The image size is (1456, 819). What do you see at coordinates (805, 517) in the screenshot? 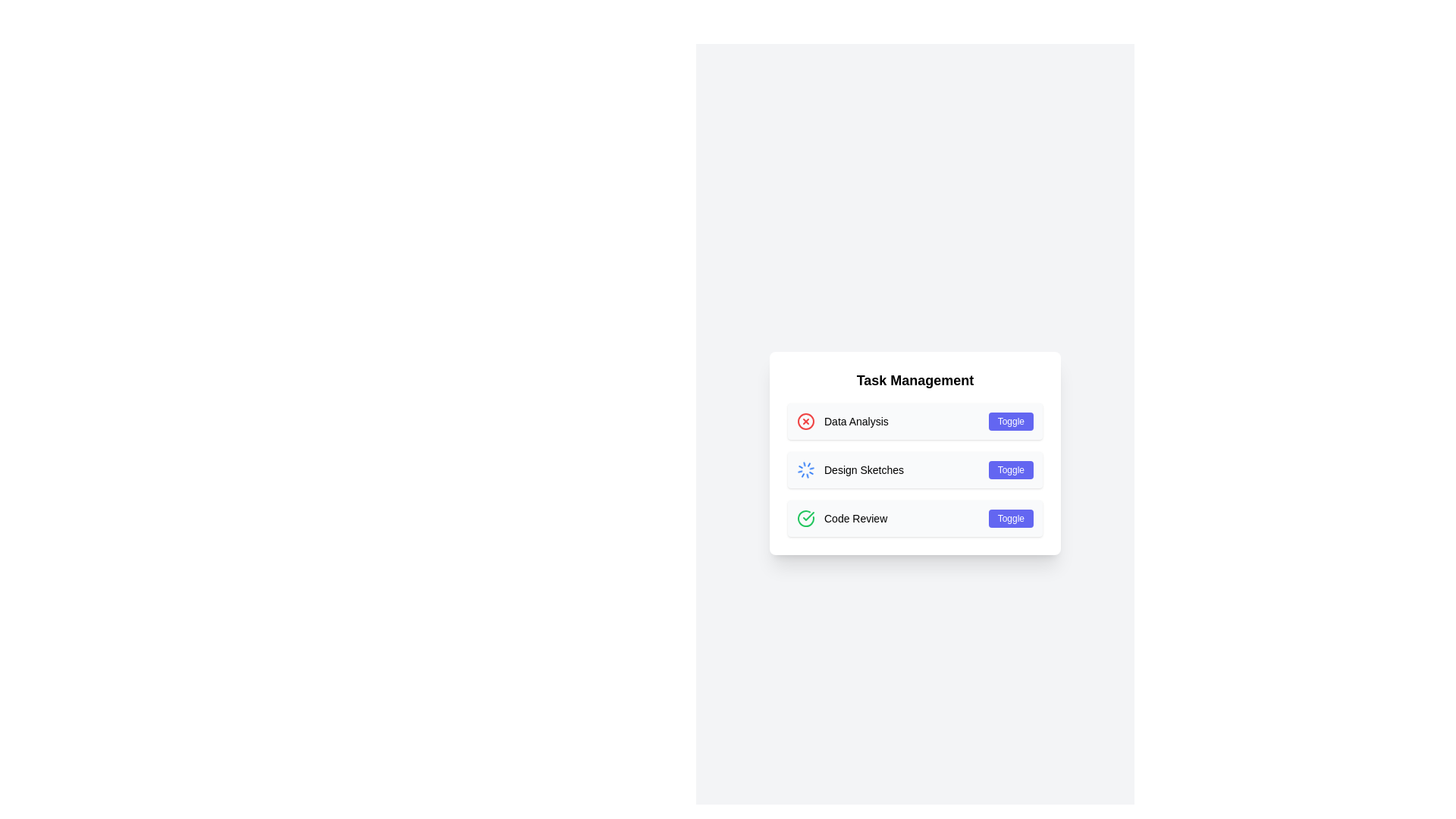
I see `the green circular icon with a white checkmark that indicates a completed task, located to the left of the text 'Code Review' in the third row of the task list box labeled 'Task Management'` at bounding box center [805, 517].